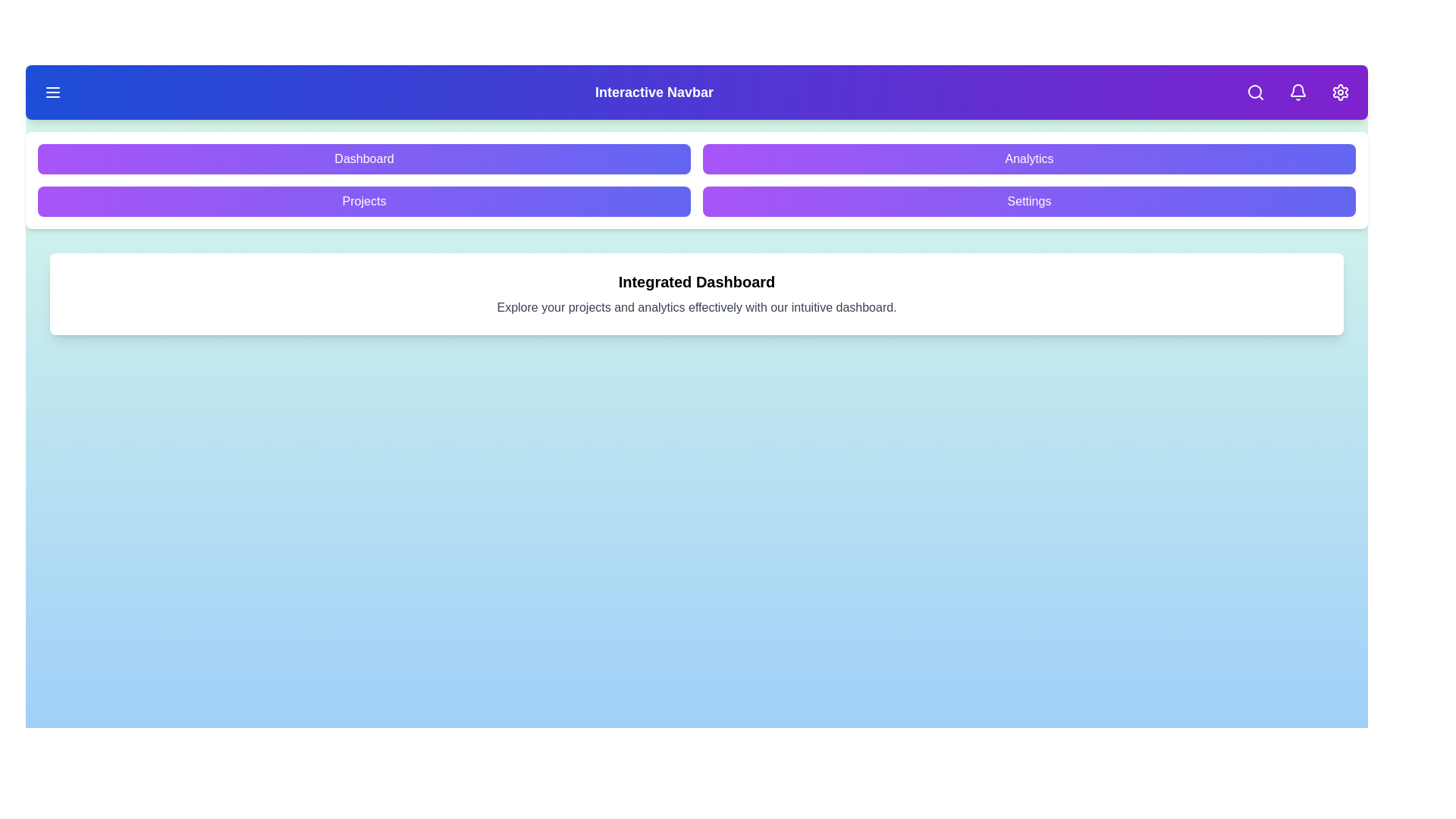 The height and width of the screenshot is (819, 1456). What do you see at coordinates (1029, 158) in the screenshot?
I see `the 'Analytics' button` at bounding box center [1029, 158].